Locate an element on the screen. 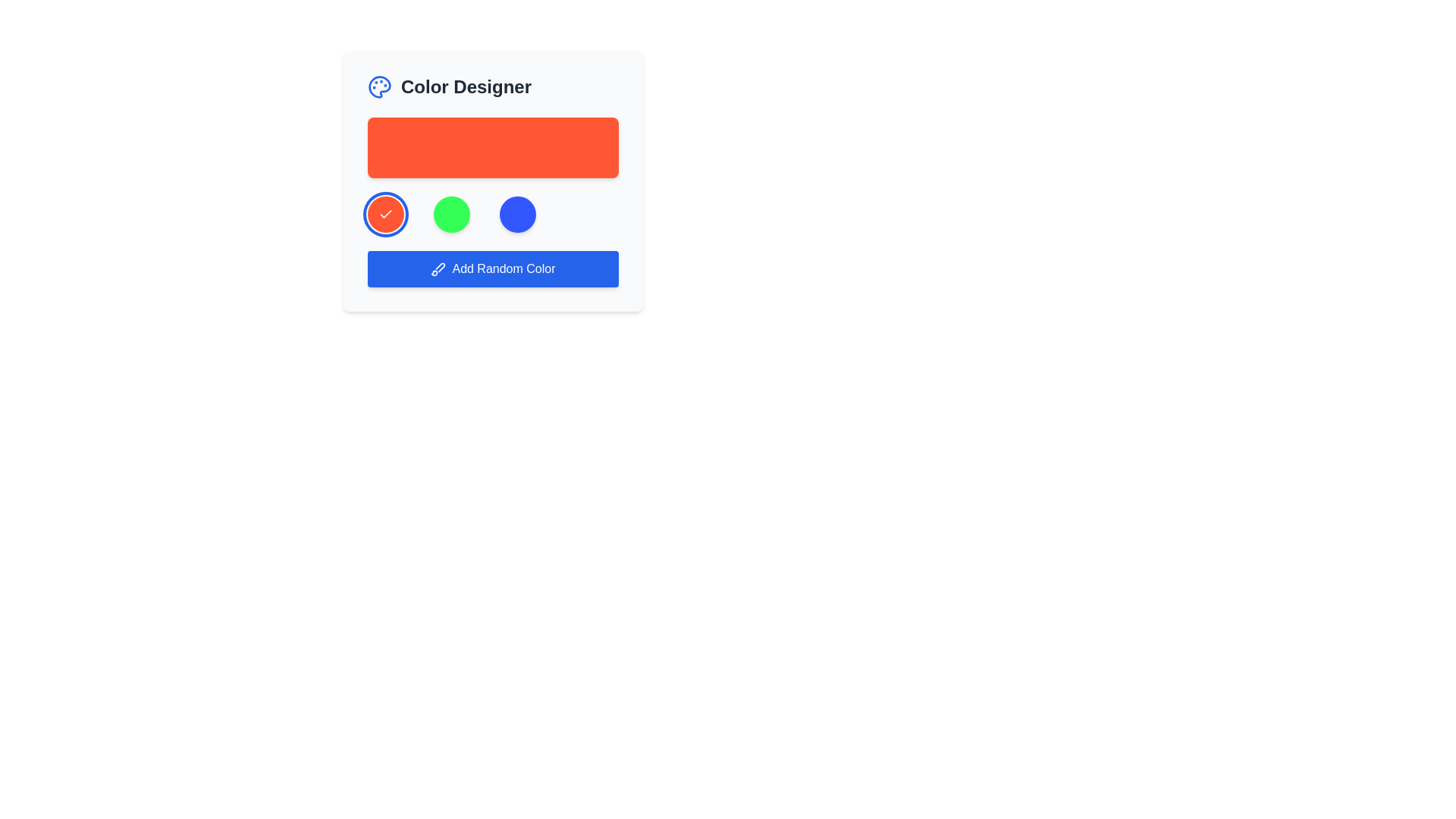 The width and height of the screenshot is (1456, 819). the color selection cell in the Grid Layout of the 'Color Designer' is located at coordinates (493, 214).